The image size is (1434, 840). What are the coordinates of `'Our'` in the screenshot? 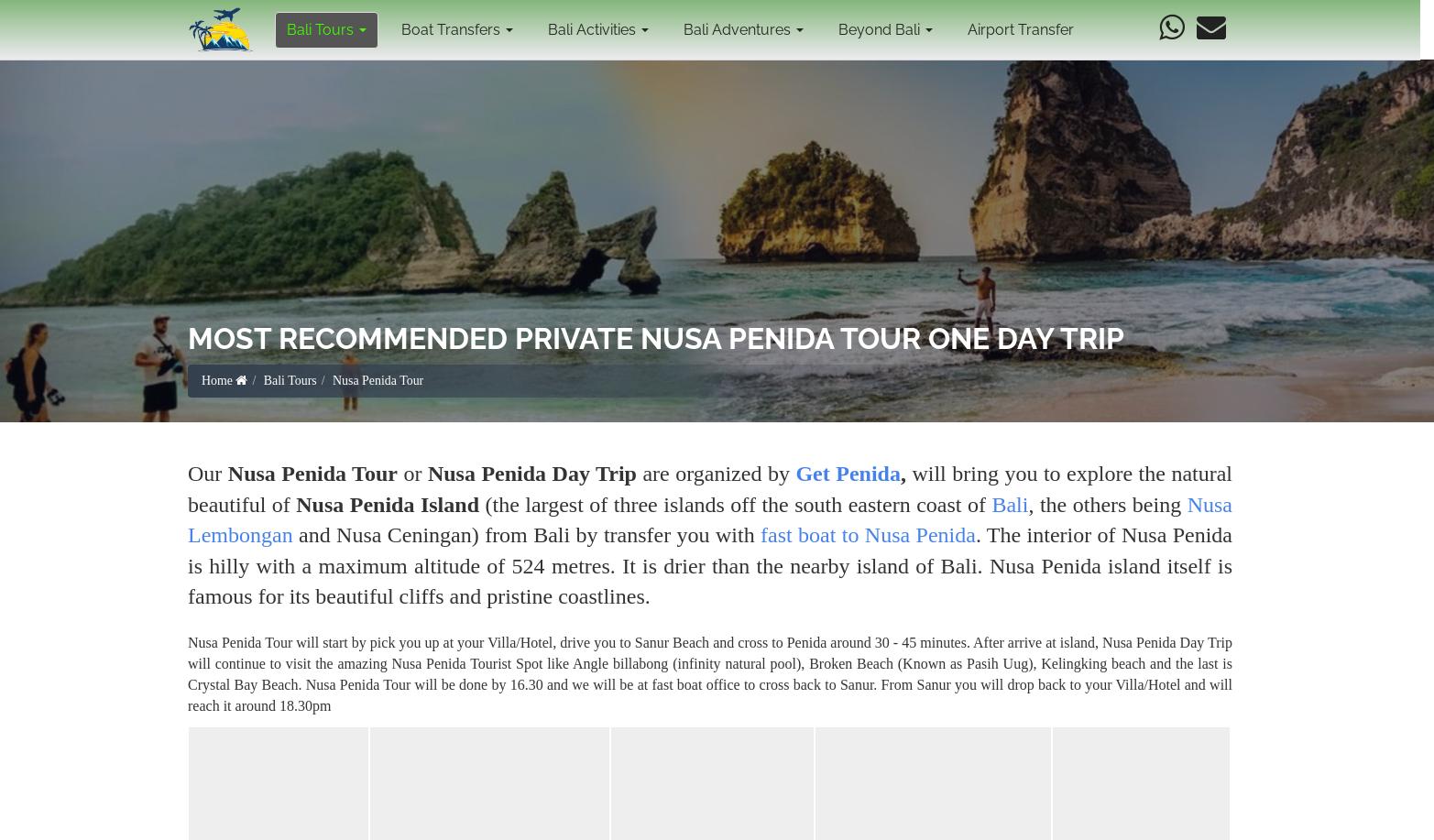 It's located at (207, 473).